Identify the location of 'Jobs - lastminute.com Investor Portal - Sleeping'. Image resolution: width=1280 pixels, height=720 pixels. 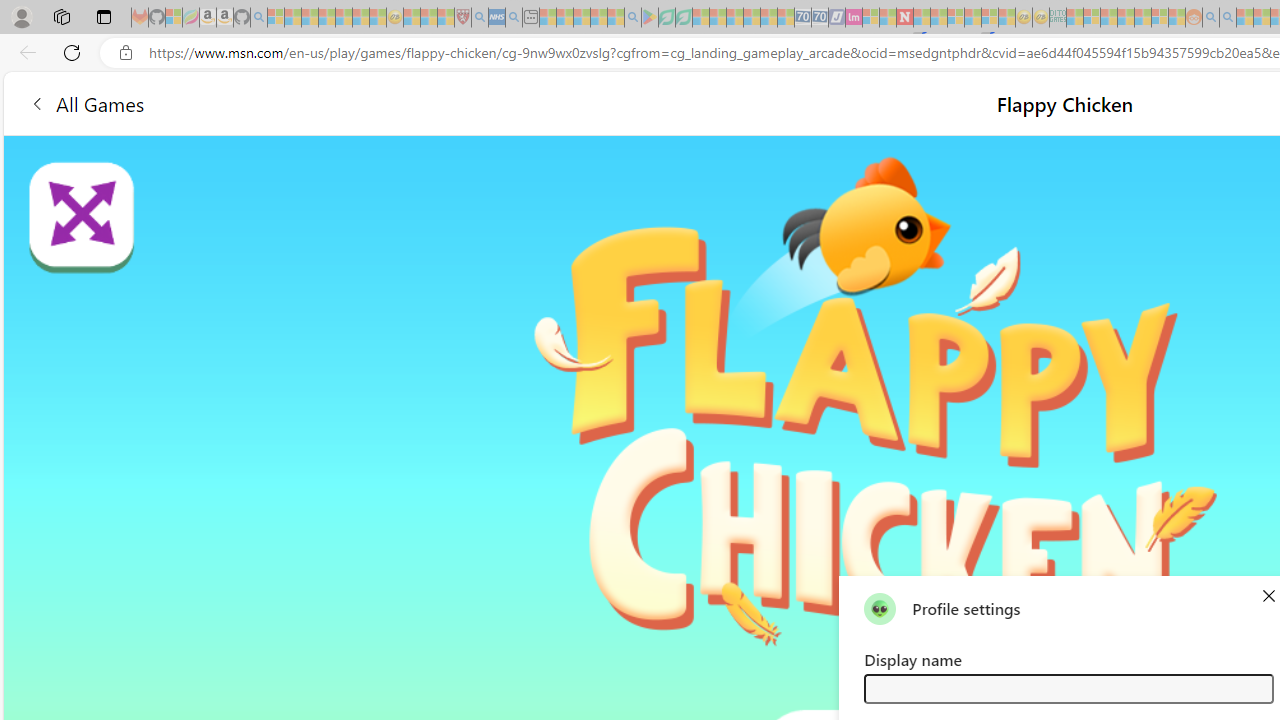
(853, 17).